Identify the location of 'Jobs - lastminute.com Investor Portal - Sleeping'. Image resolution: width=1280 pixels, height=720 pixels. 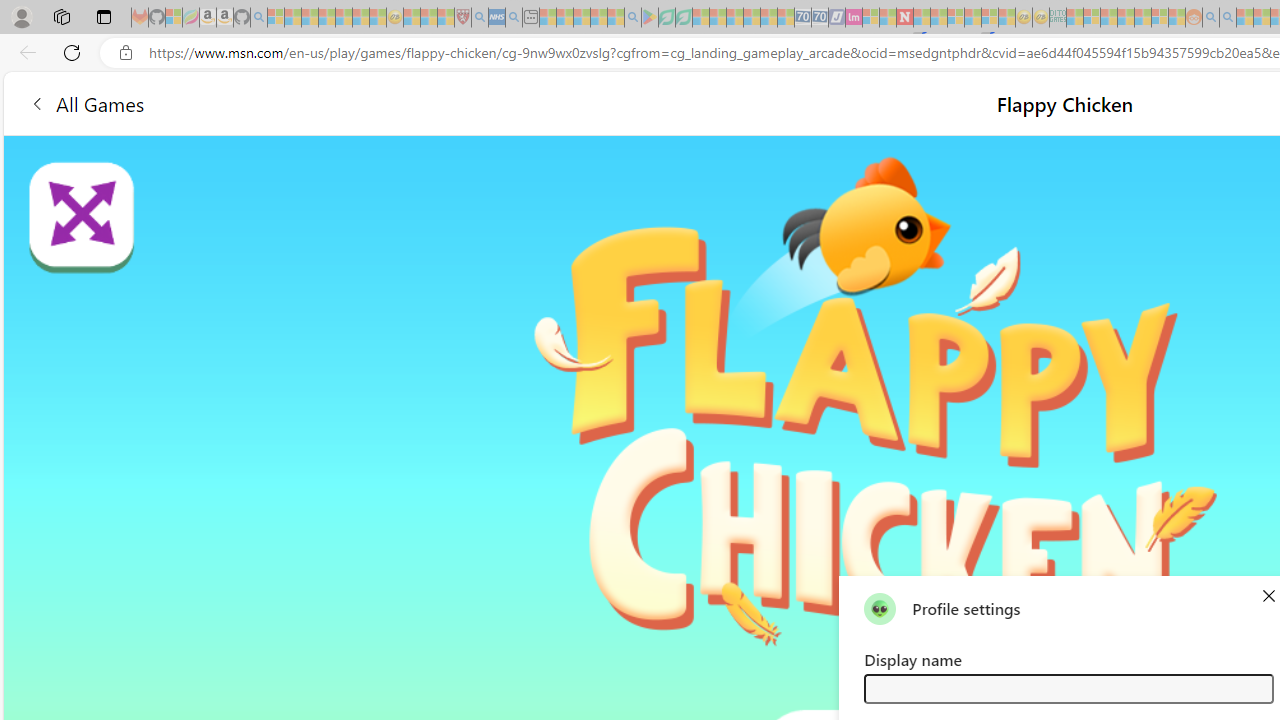
(853, 17).